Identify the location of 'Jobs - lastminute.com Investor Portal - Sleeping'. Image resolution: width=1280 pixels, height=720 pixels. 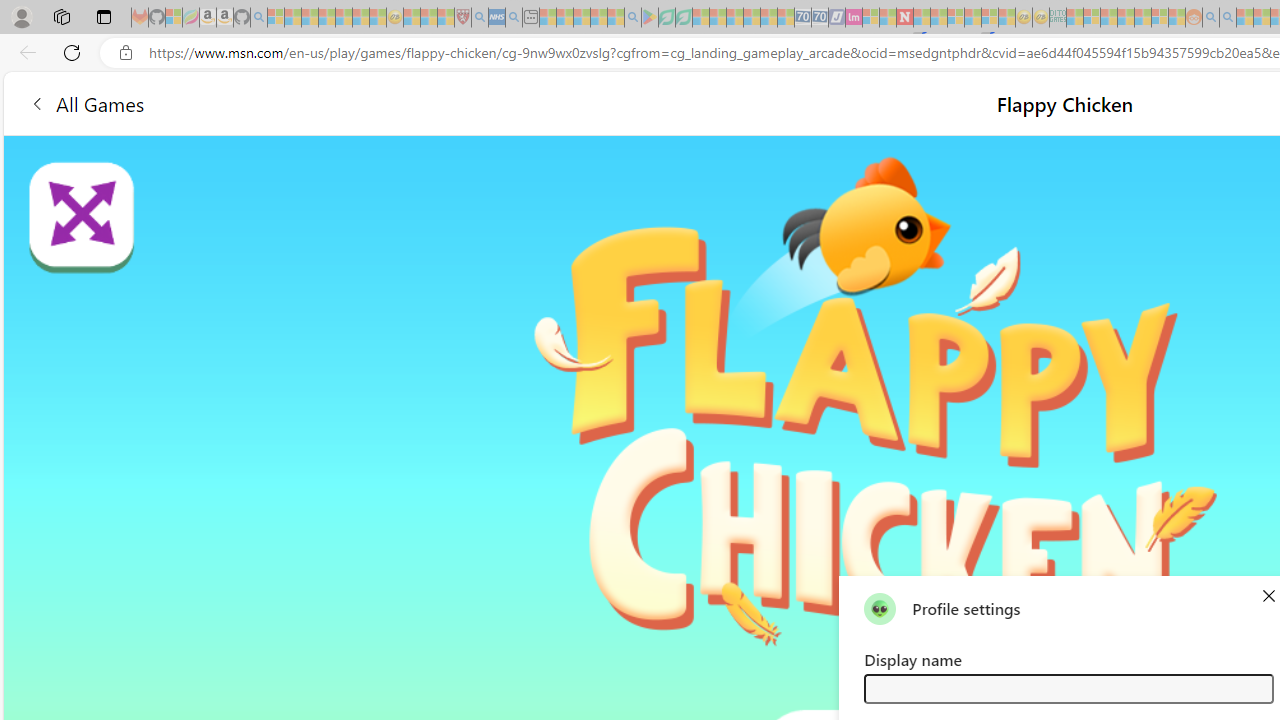
(853, 17).